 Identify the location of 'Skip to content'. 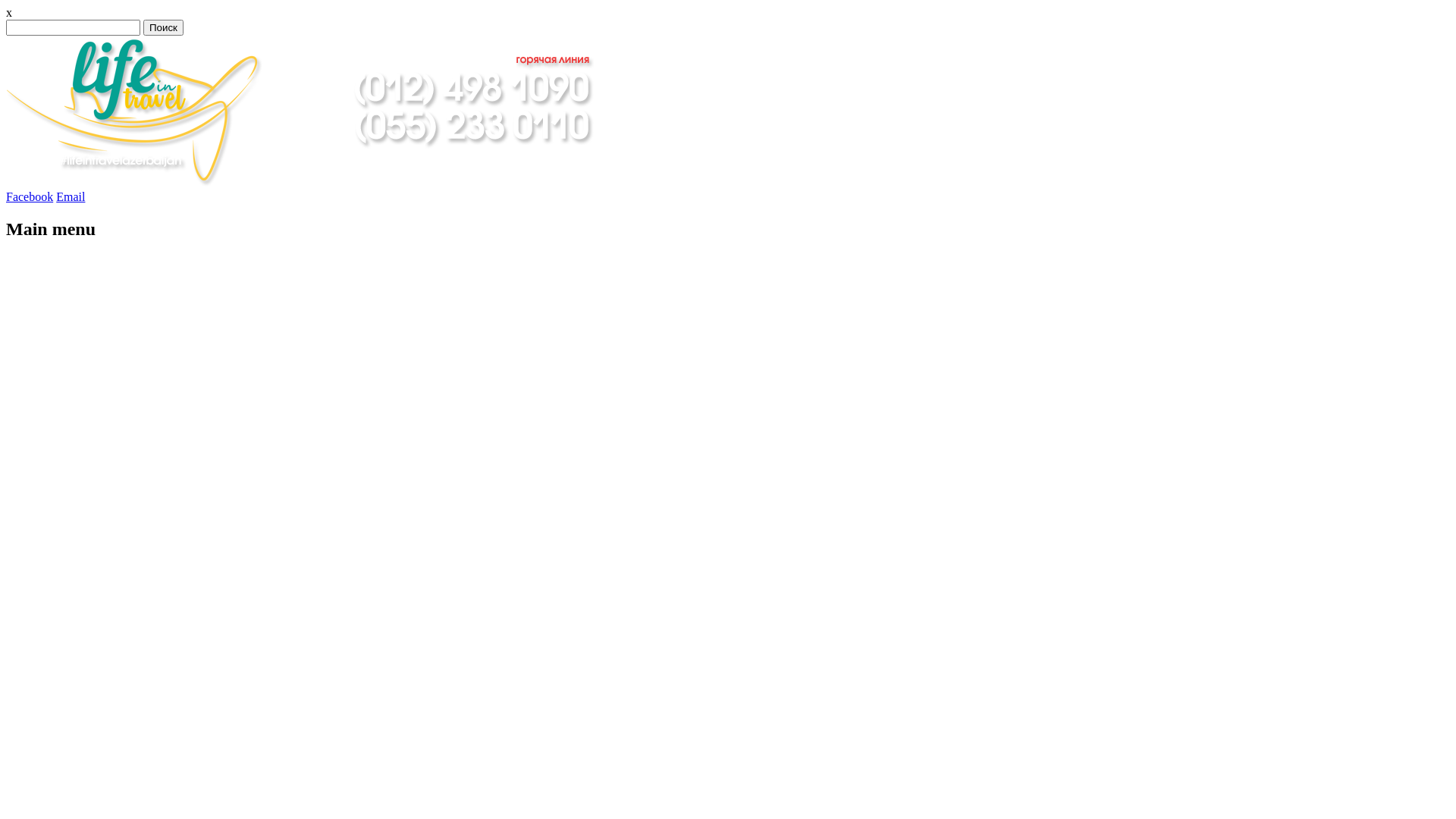
(5, 274).